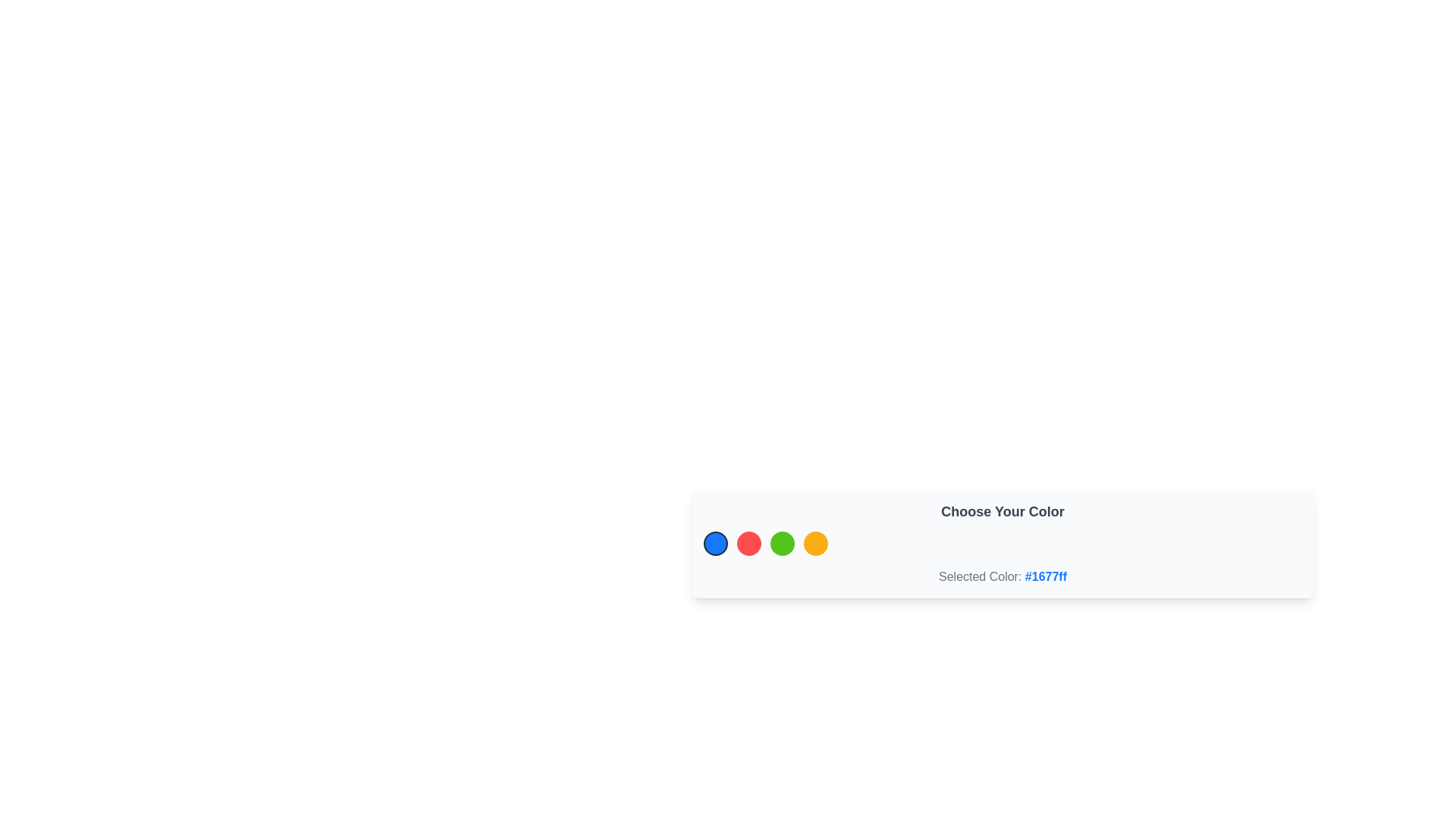 Image resolution: width=1456 pixels, height=819 pixels. What do you see at coordinates (1003, 576) in the screenshot?
I see `the Text Display element that reads 'Selected Color: #1677ff'` at bounding box center [1003, 576].